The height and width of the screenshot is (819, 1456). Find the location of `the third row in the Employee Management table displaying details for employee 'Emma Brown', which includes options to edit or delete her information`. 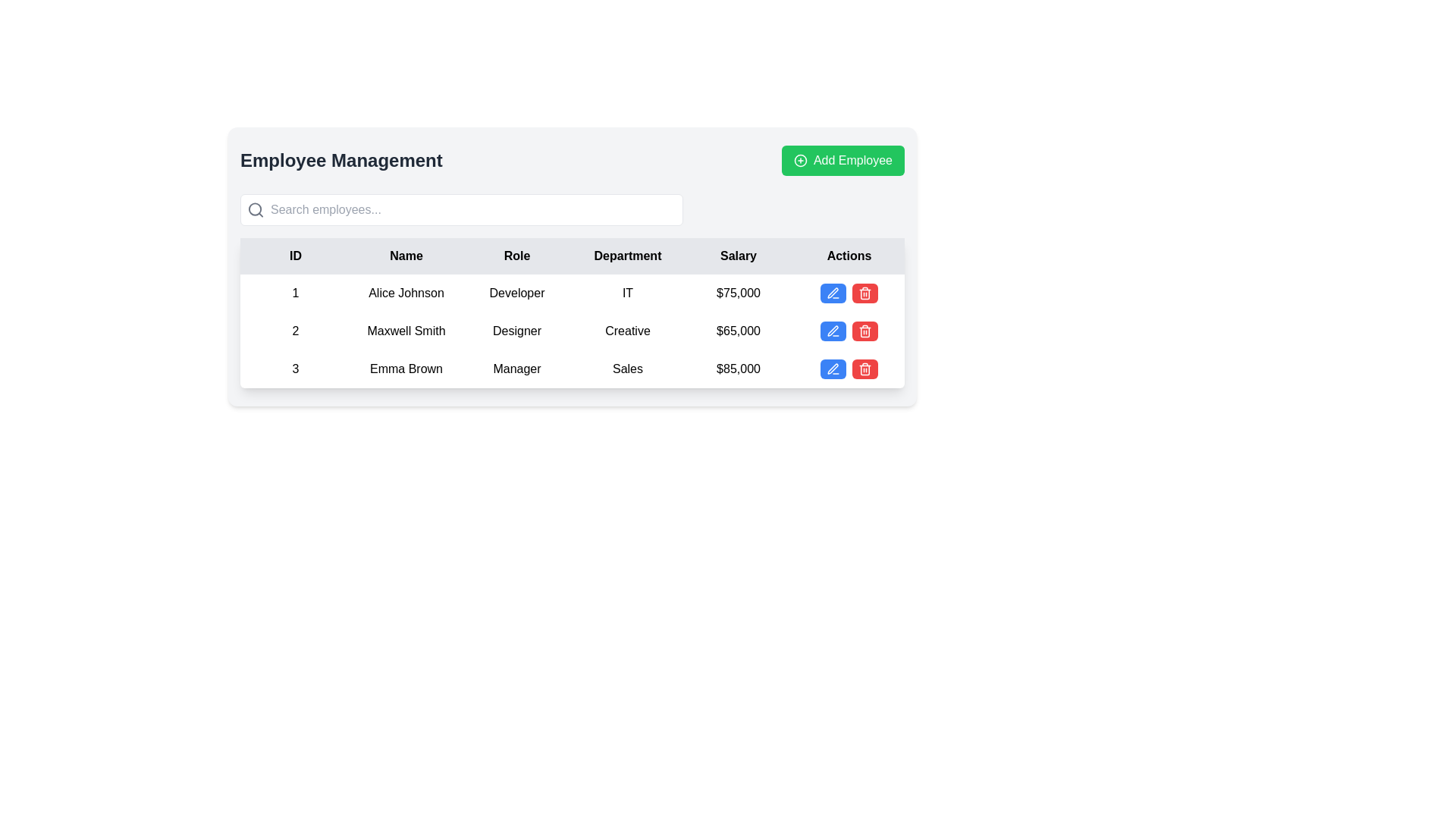

the third row in the Employee Management table displaying details for employee 'Emma Brown', which includes options to edit or delete her information is located at coordinates (571, 369).